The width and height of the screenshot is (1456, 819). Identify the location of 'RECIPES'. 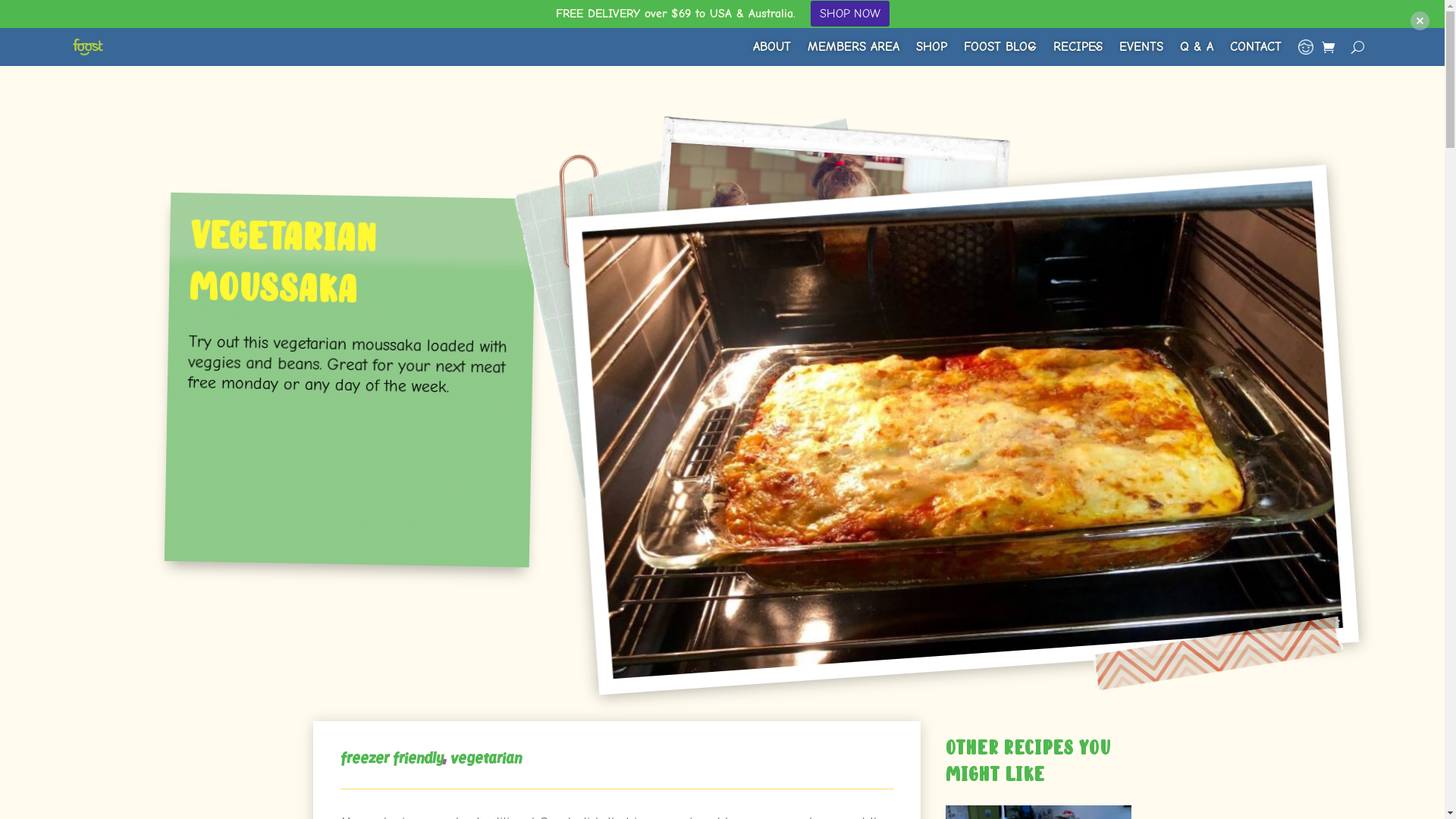
(1052, 45).